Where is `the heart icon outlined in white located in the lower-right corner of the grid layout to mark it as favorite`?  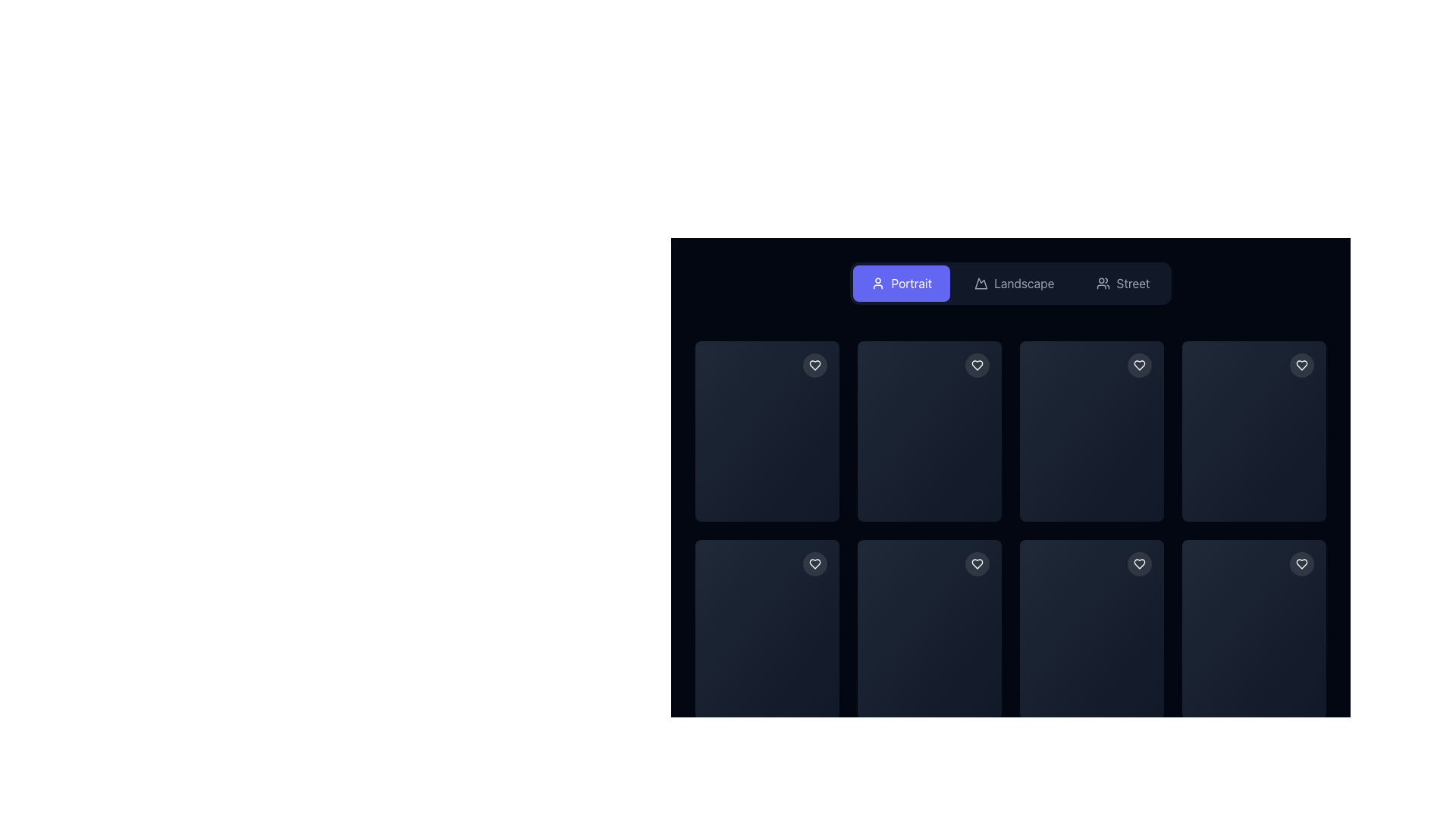
the heart icon outlined in white located in the lower-right corner of the grid layout to mark it as favorite is located at coordinates (1301, 563).